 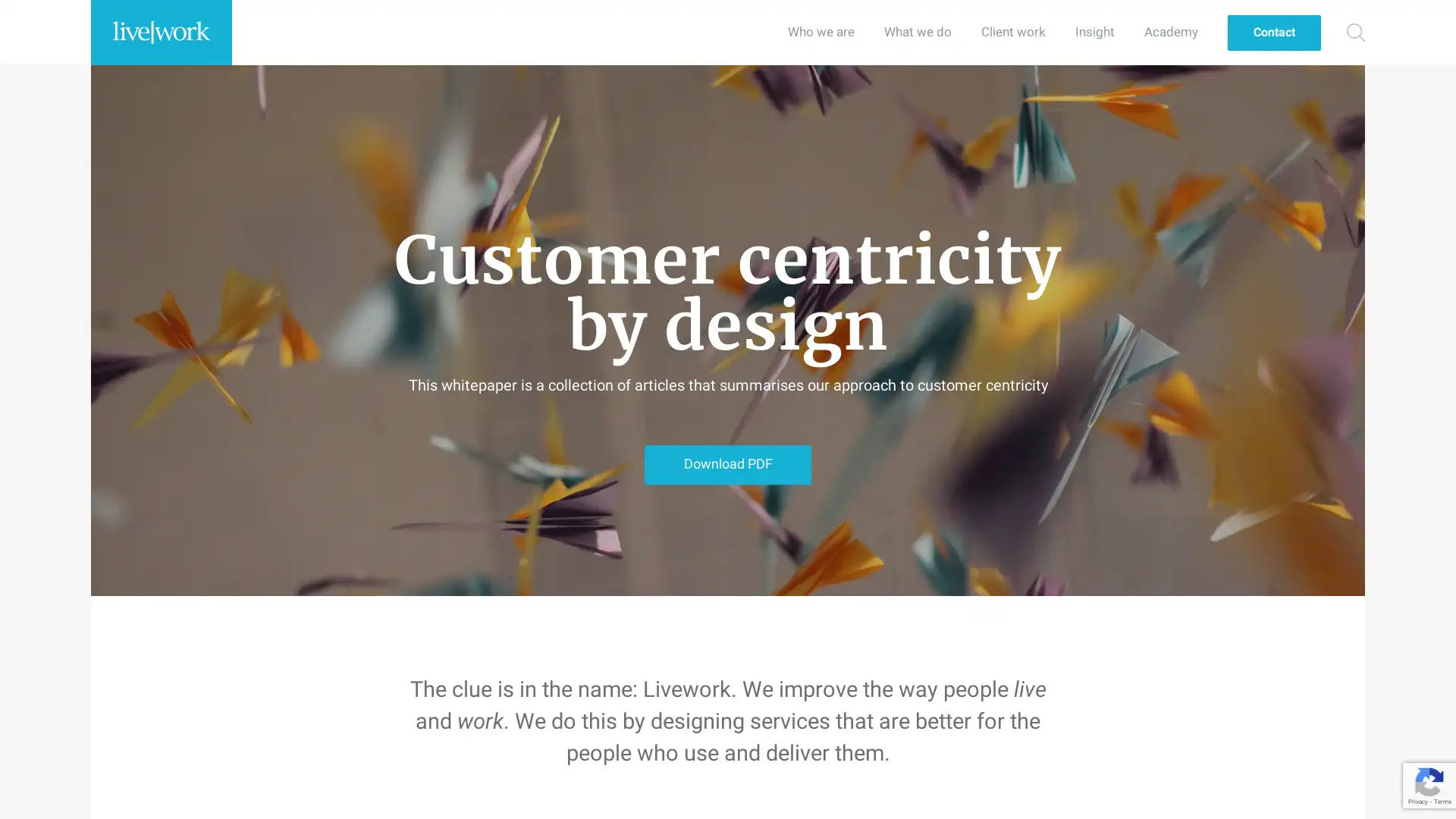 I want to click on Search, so click(x=1356, y=32).